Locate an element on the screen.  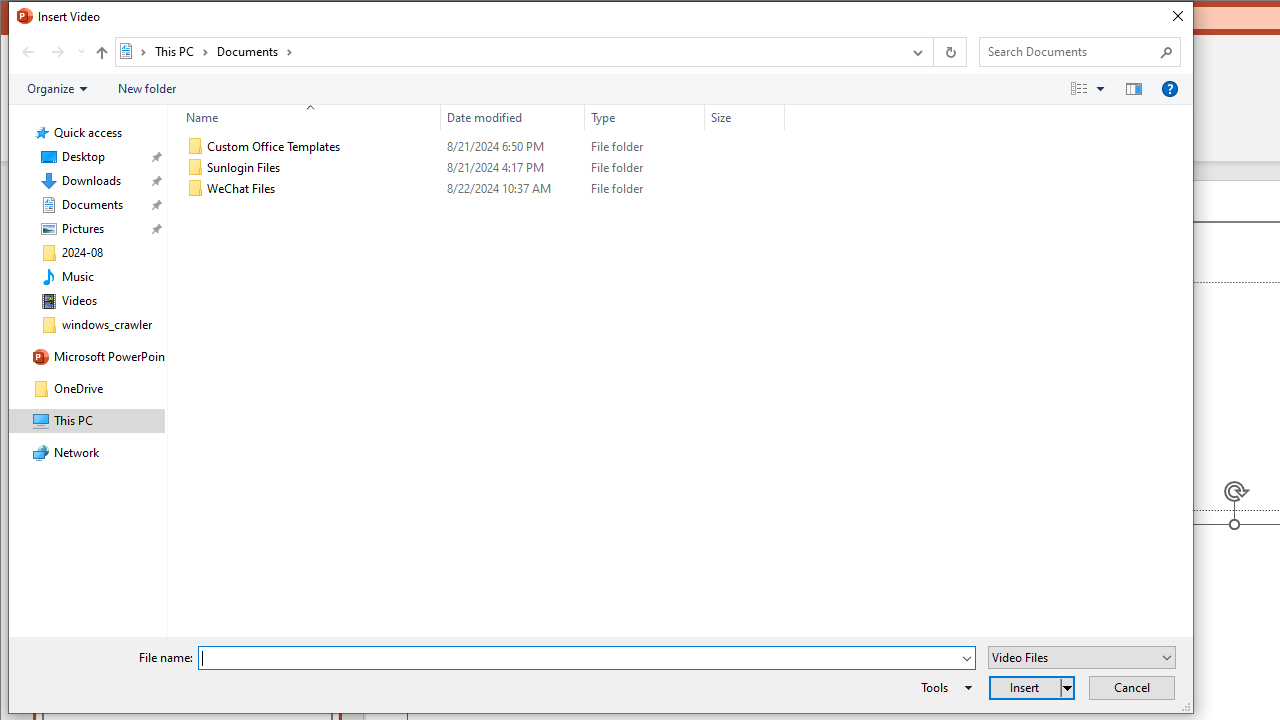
'Previous Locations' is located at coordinates (915, 50).